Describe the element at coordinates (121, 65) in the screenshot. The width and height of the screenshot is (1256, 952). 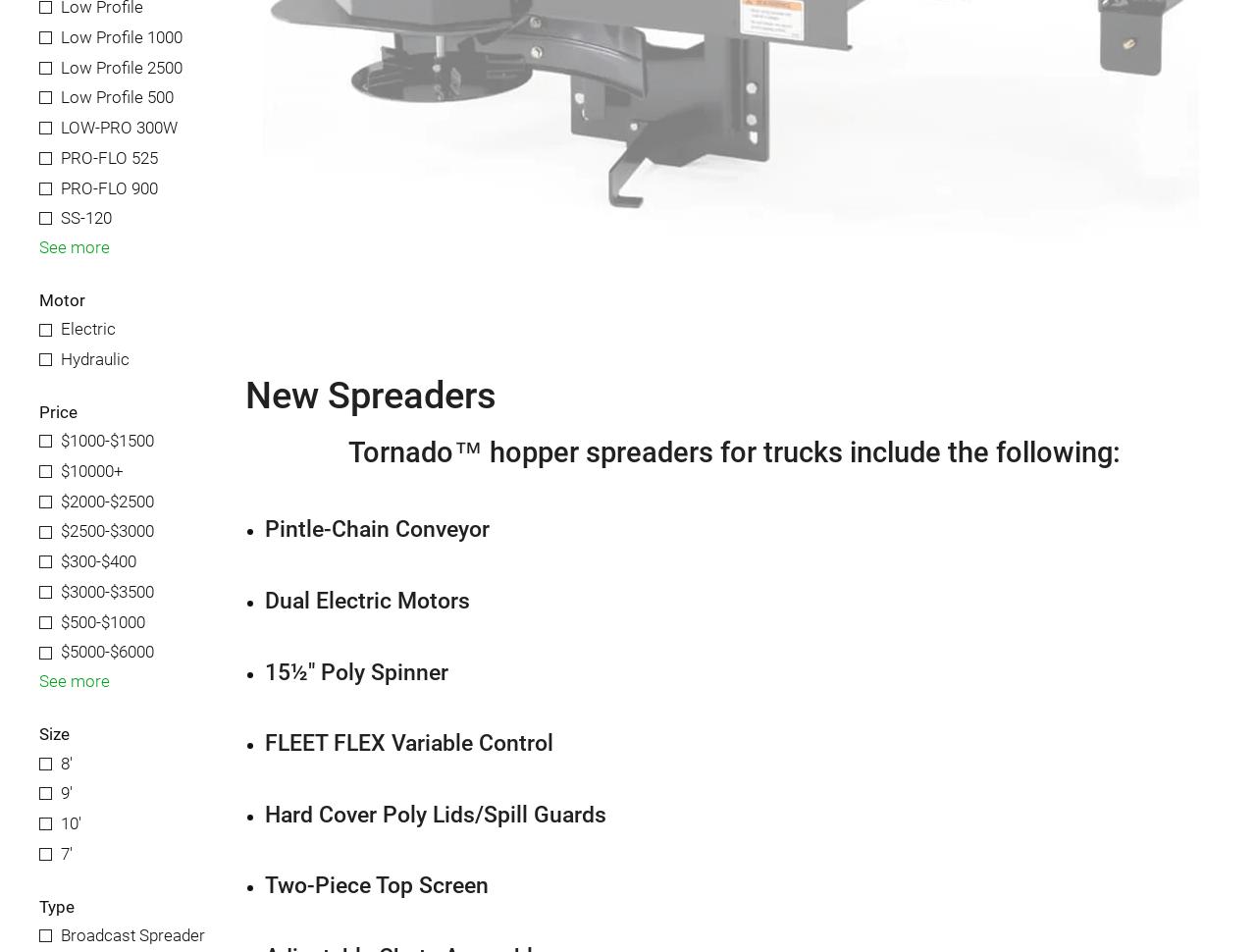
I see `'Low Profile 2500'` at that location.